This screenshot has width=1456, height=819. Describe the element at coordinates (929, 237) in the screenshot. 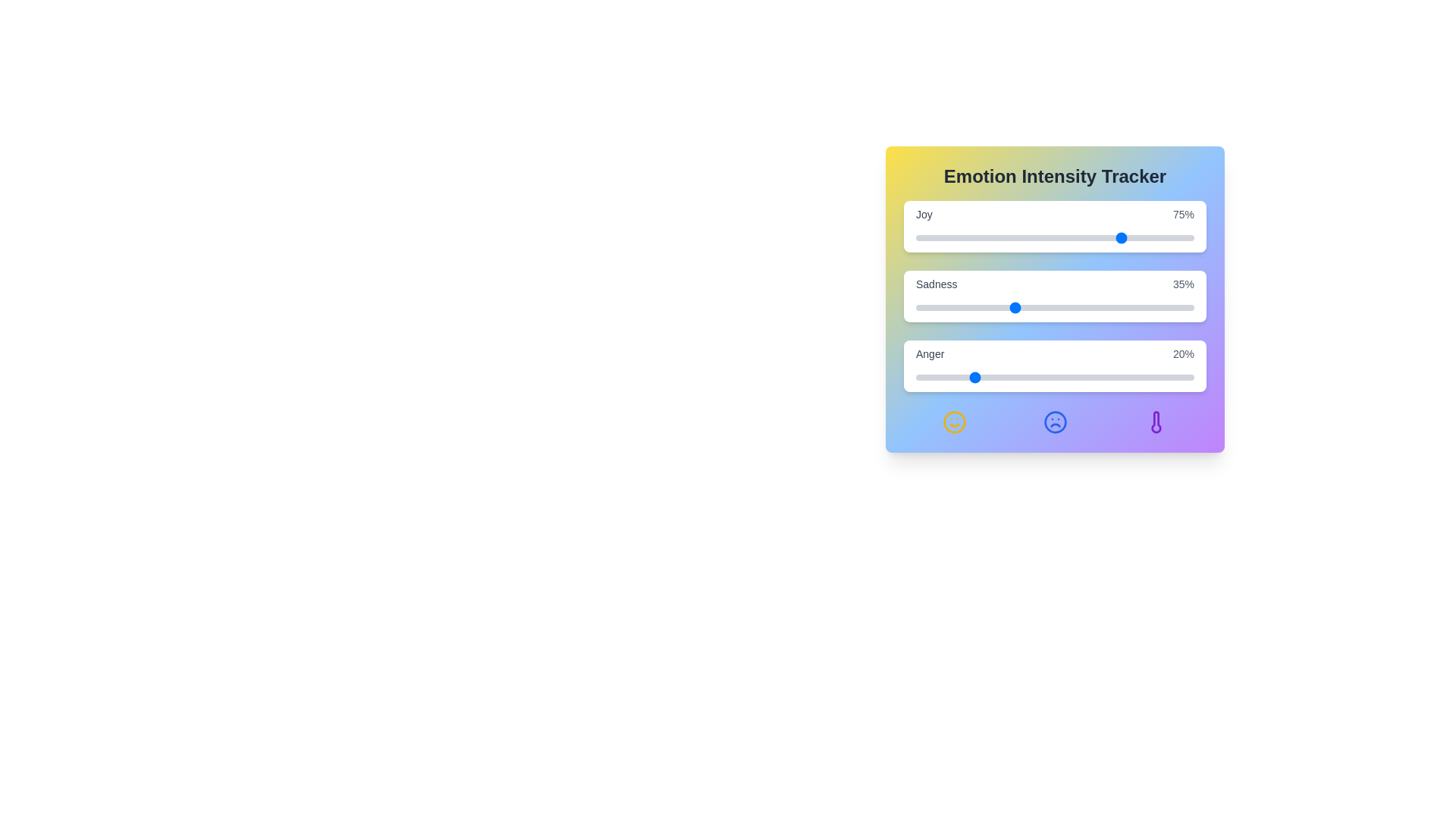

I see `the 'Joy' slider to set its intensity to 5%` at that location.